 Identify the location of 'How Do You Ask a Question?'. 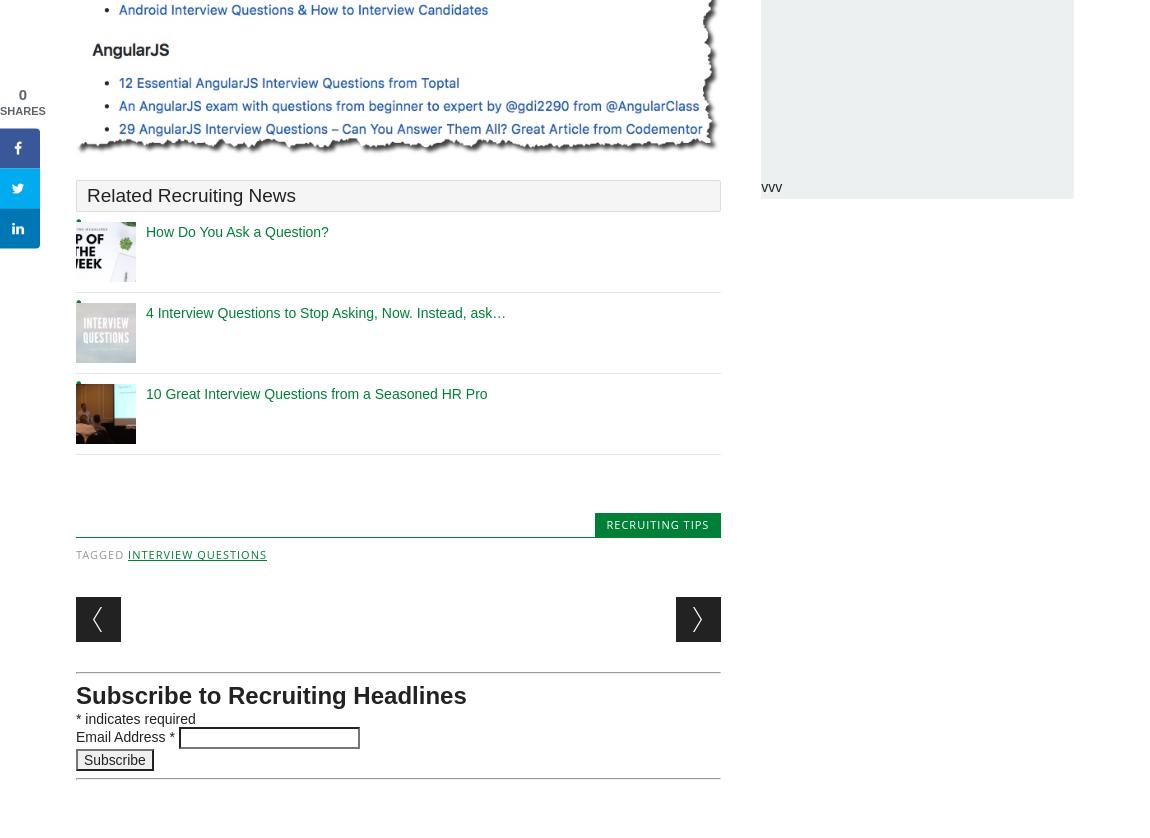
(236, 230).